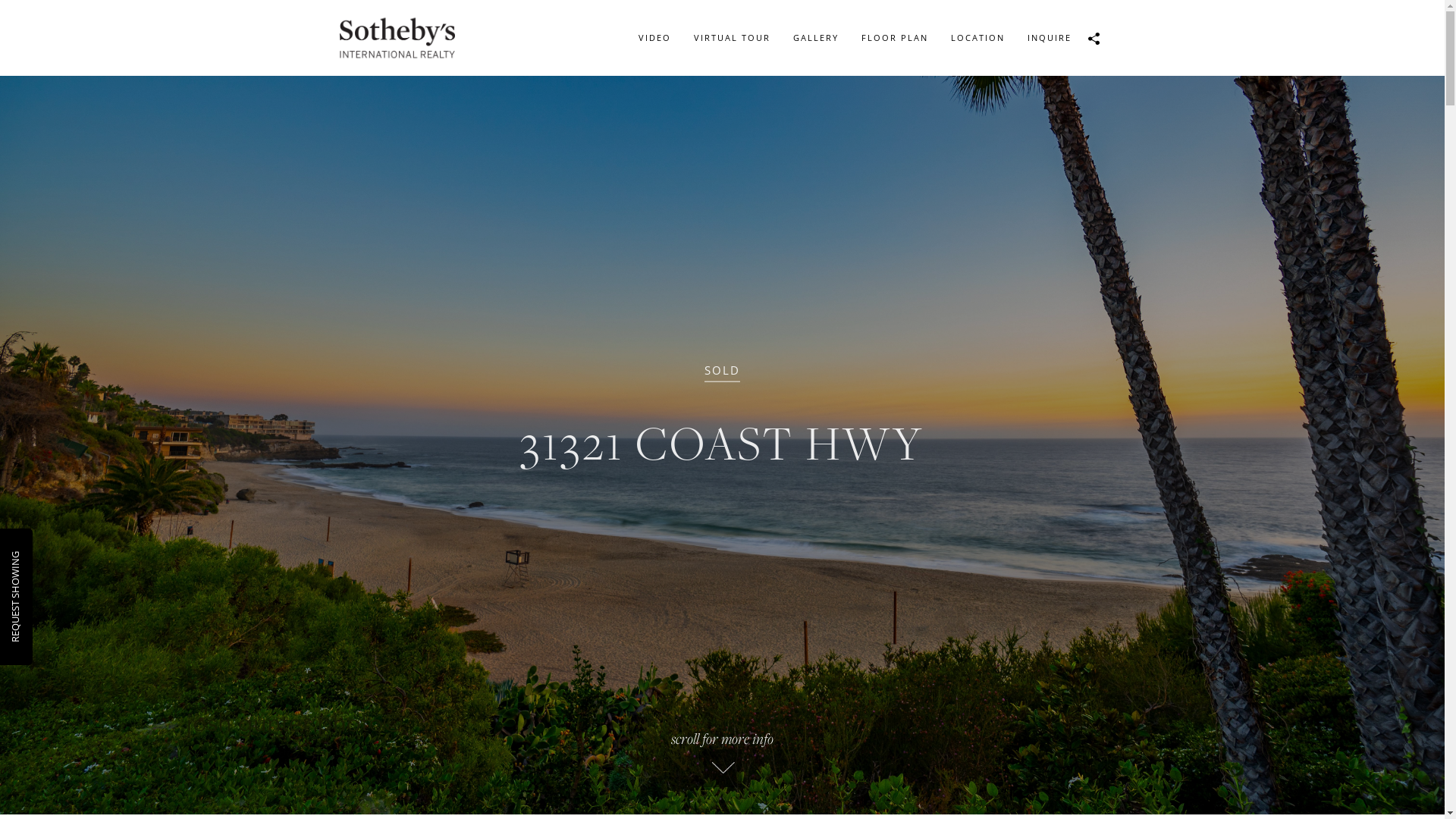 The width and height of the screenshot is (1456, 819). Describe the element at coordinates (1015, 37) in the screenshot. I see `'INQUIRE'` at that location.